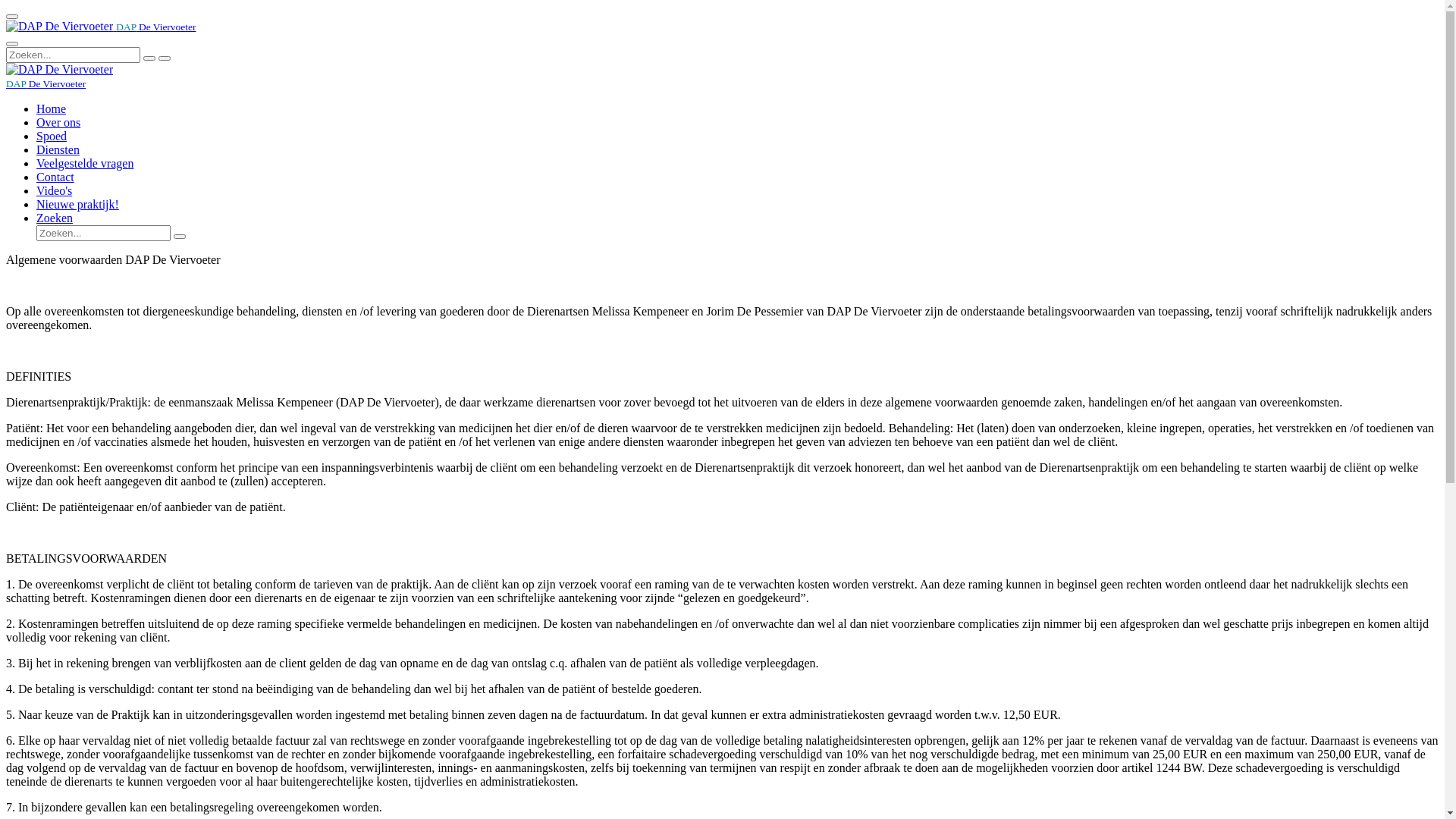  What do you see at coordinates (59, 26) in the screenshot?
I see `'DAP De Viervoeter'` at bounding box center [59, 26].